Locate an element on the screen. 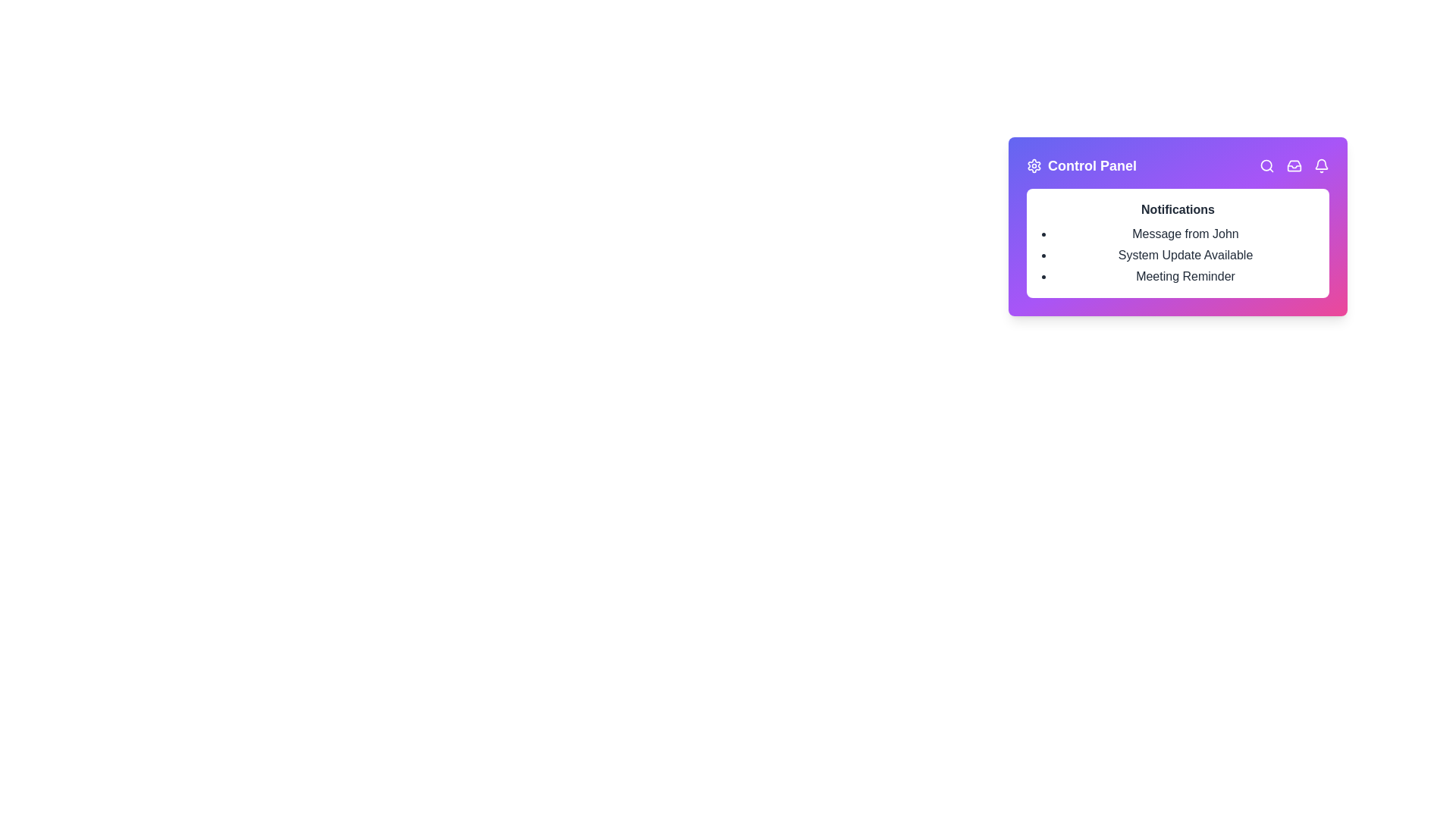 The width and height of the screenshot is (1456, 819). the search icon in the top-right corner of the component is located at coordinates (1266, 166).